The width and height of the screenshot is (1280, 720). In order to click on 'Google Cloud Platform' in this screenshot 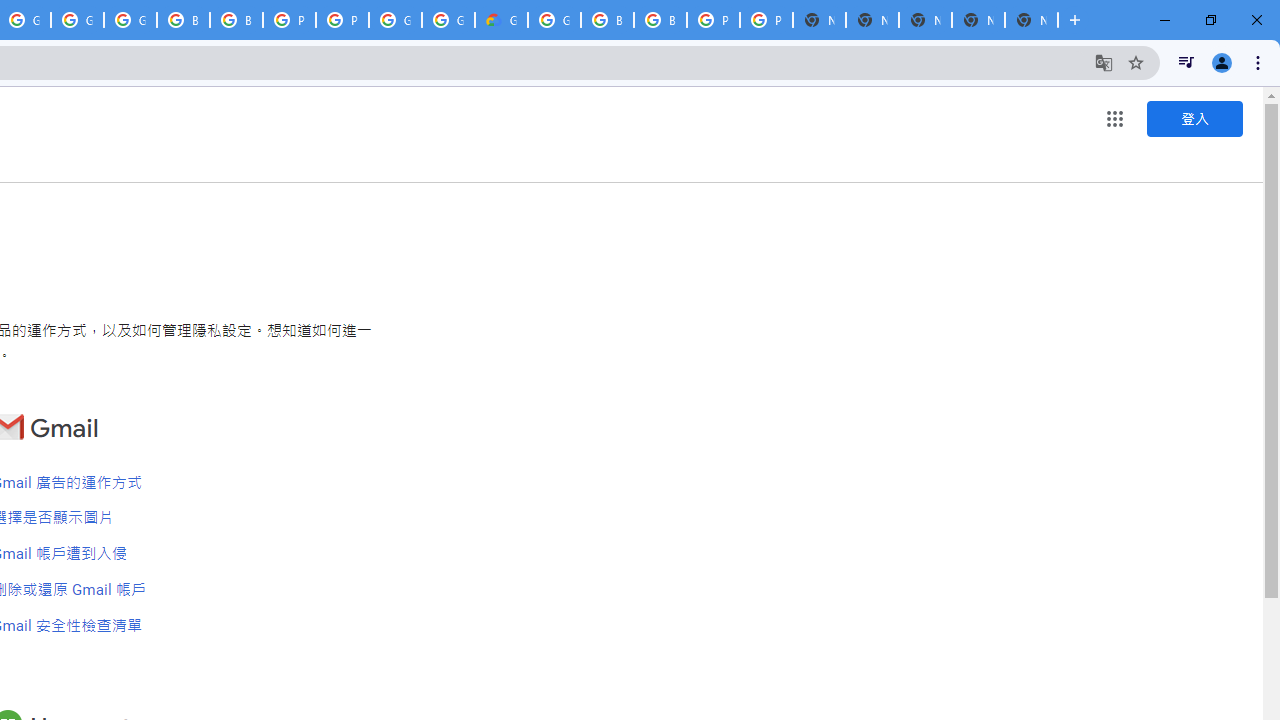, I will do `click(395, 20)`.